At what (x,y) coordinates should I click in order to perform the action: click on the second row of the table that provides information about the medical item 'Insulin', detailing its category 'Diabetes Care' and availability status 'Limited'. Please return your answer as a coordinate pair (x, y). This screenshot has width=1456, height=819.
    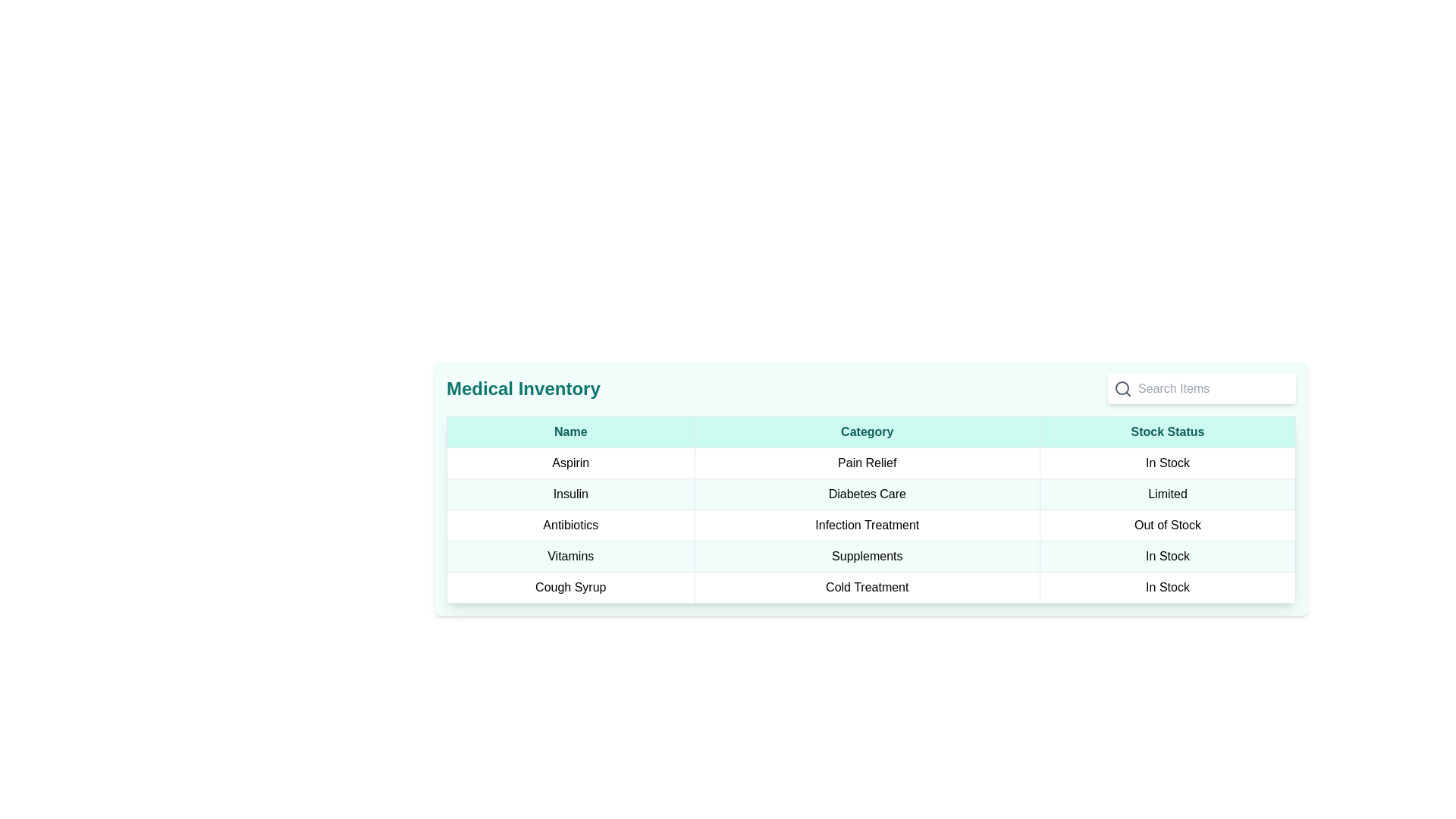
    Looking at the image, I should click on (871, 494).